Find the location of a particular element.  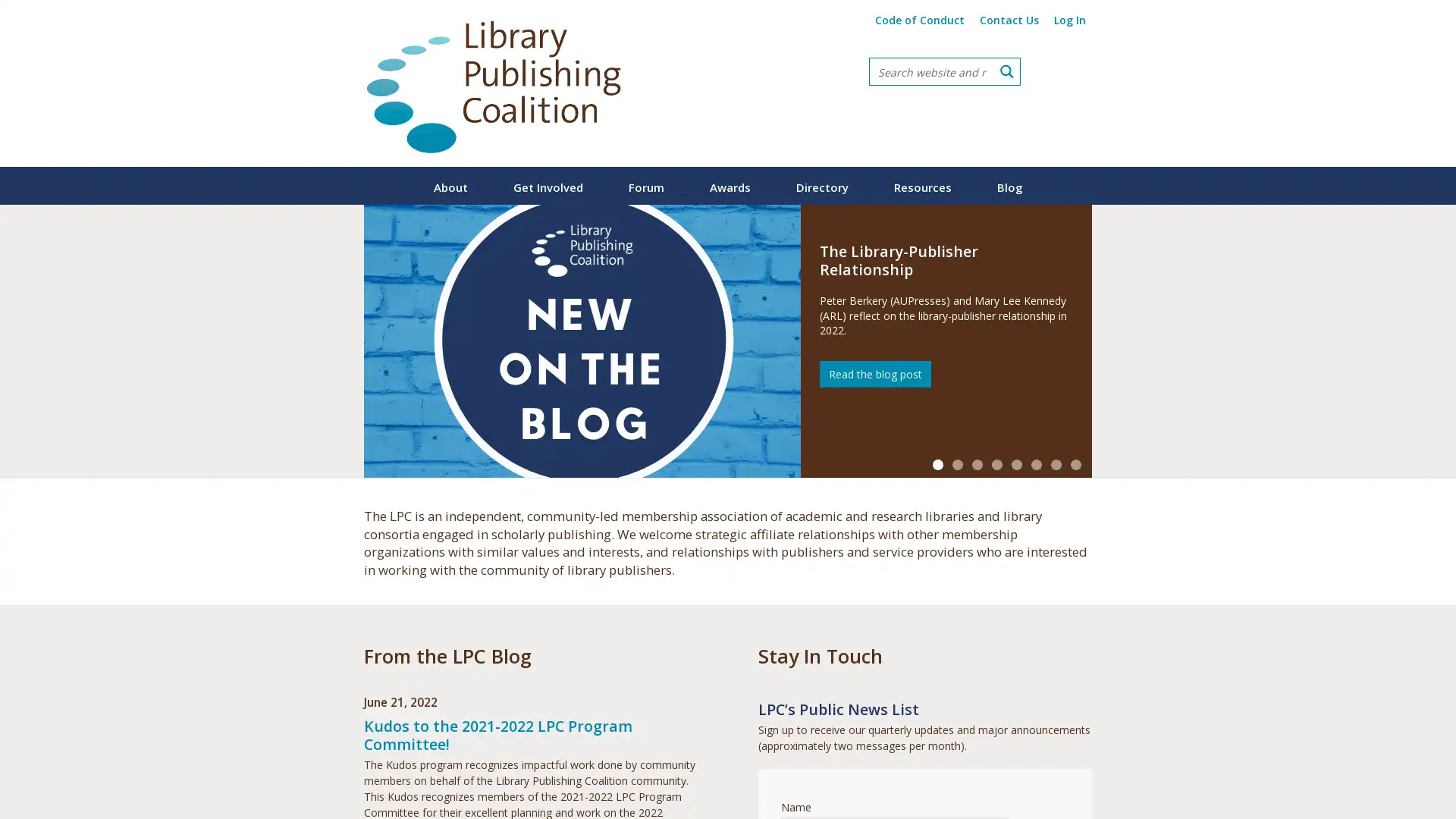

Go to slide 7 is located at coordinates (1055, 464).